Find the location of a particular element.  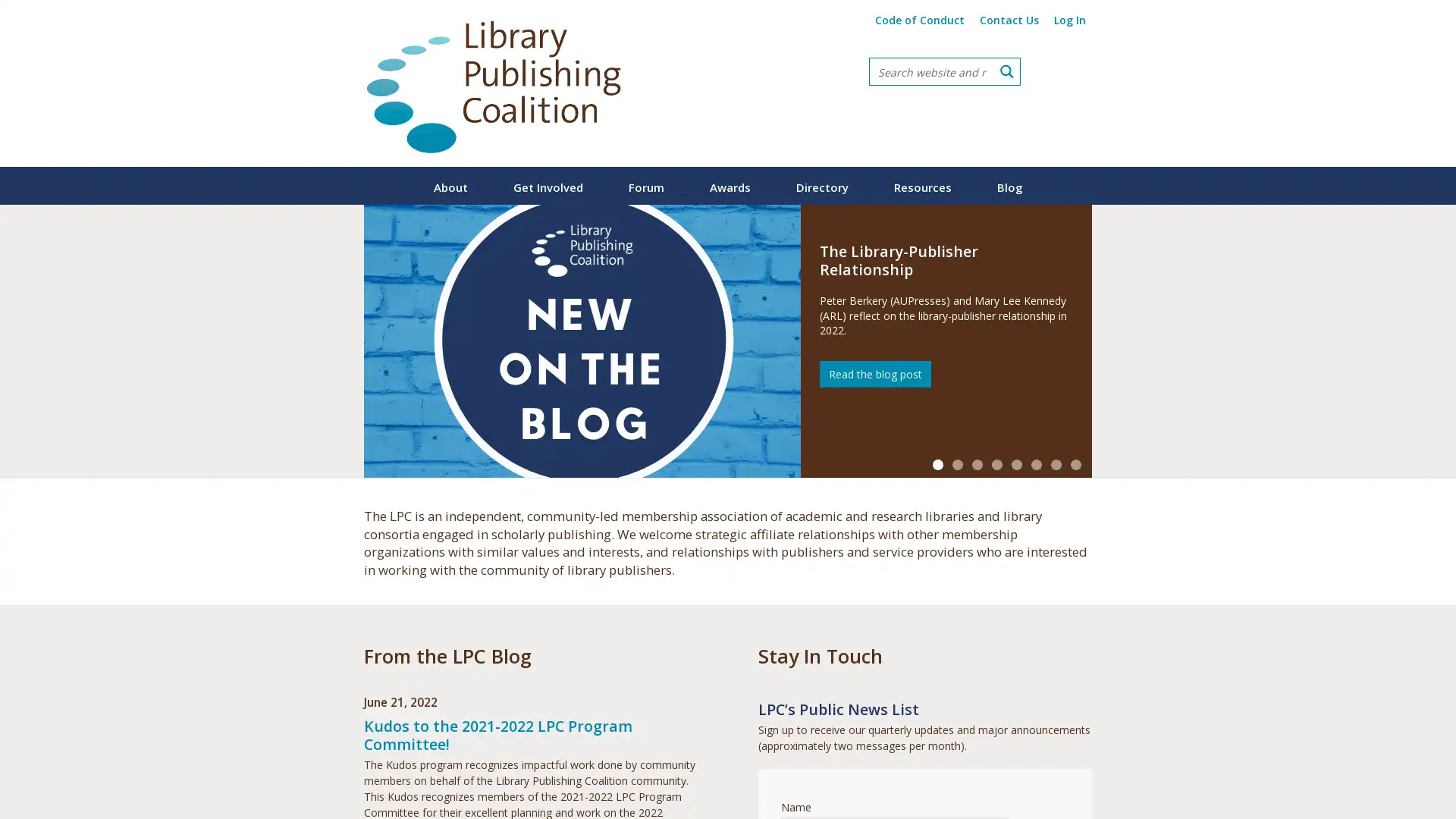

Go to slide 7 is located at coordinates (1055, 464).